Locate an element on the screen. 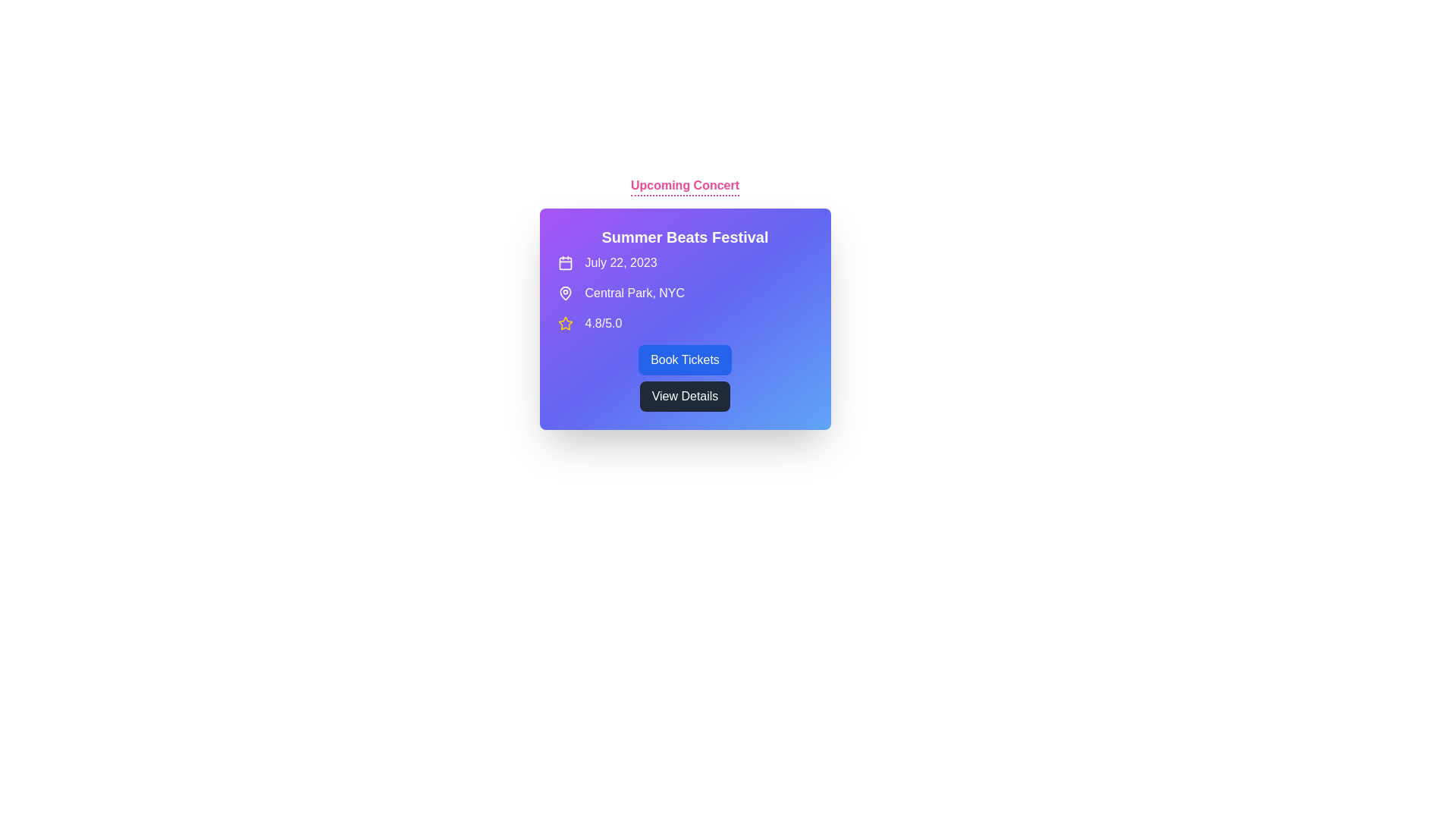 The height and width of the screenshot is (819, 1456). the calendar icon, which is a square-shaped symbol with rounded corners located to the left of the text 'July 22, 2023' in the 'Upcoming Concert' card section is located at coordinates (564, 262).